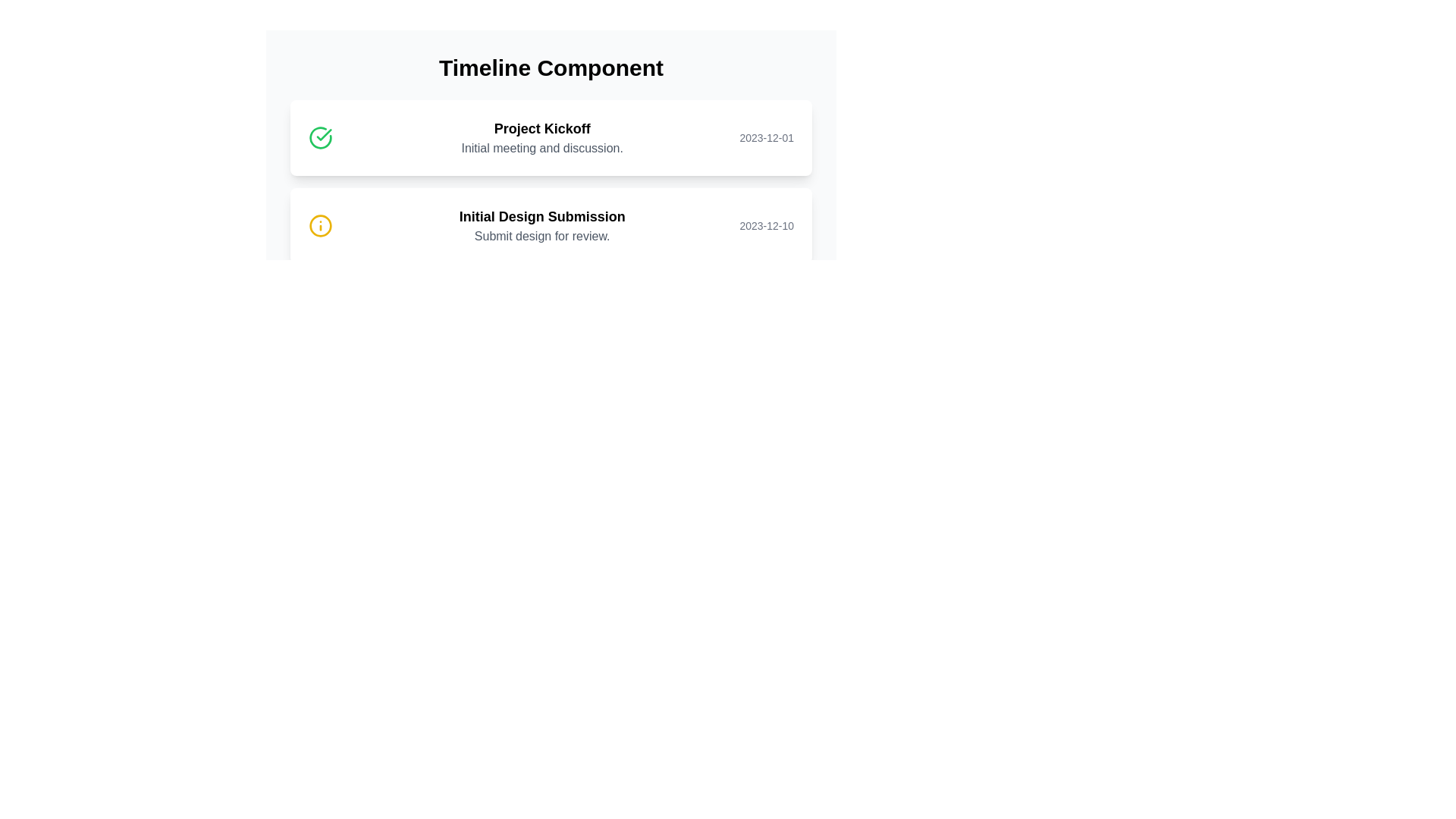 Image resolution: width=1456 pixels, height=819 pixels. I want to click on the static text displaying the date "2023-12-10" located at the top-right corner of the entry labeled "Initial Design Submission", so click(767, 225).